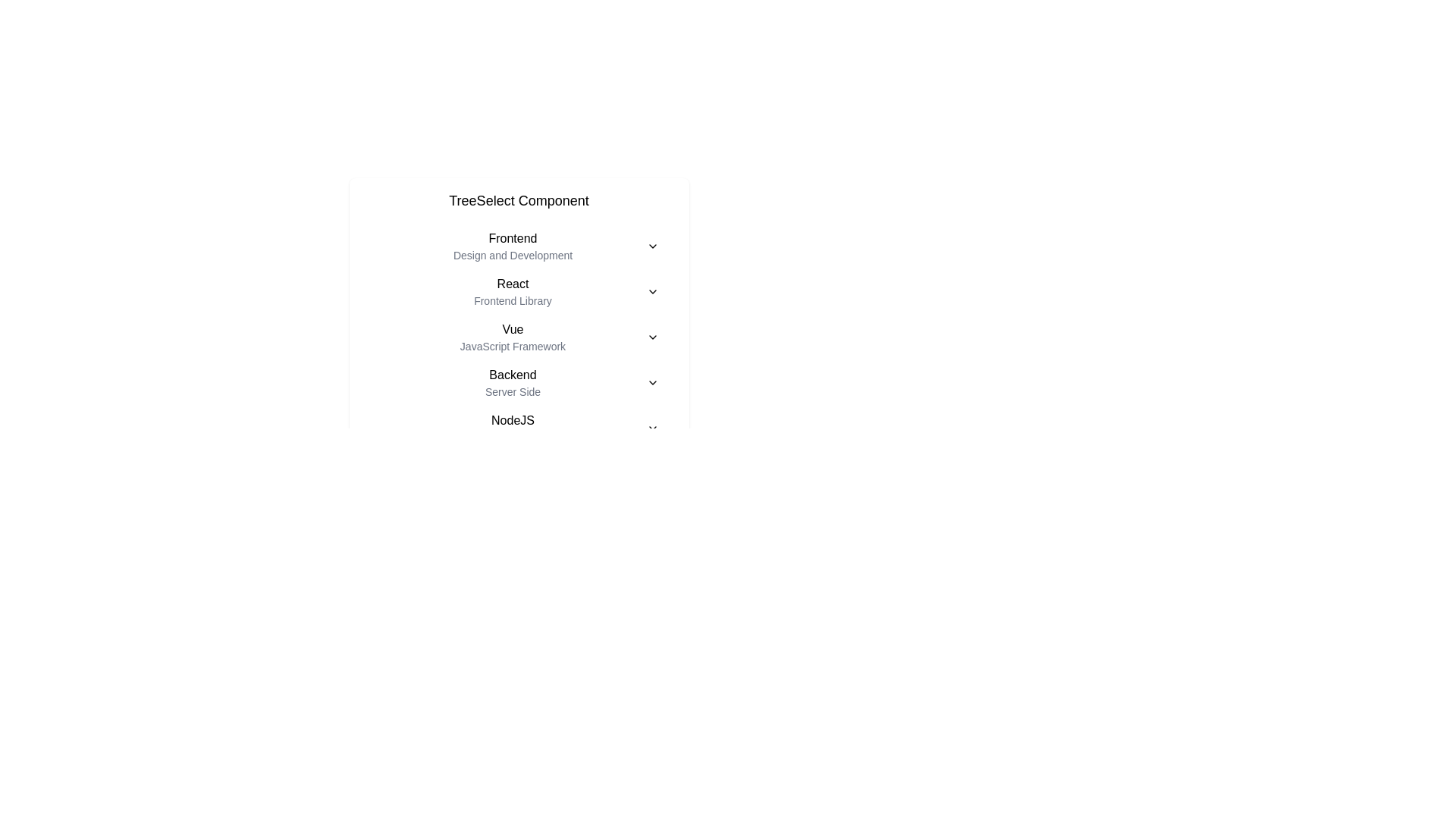  Describe the element at coordinates (513, 382) in the screenshot. I see `the text block labeled 'Backend'` at that location.